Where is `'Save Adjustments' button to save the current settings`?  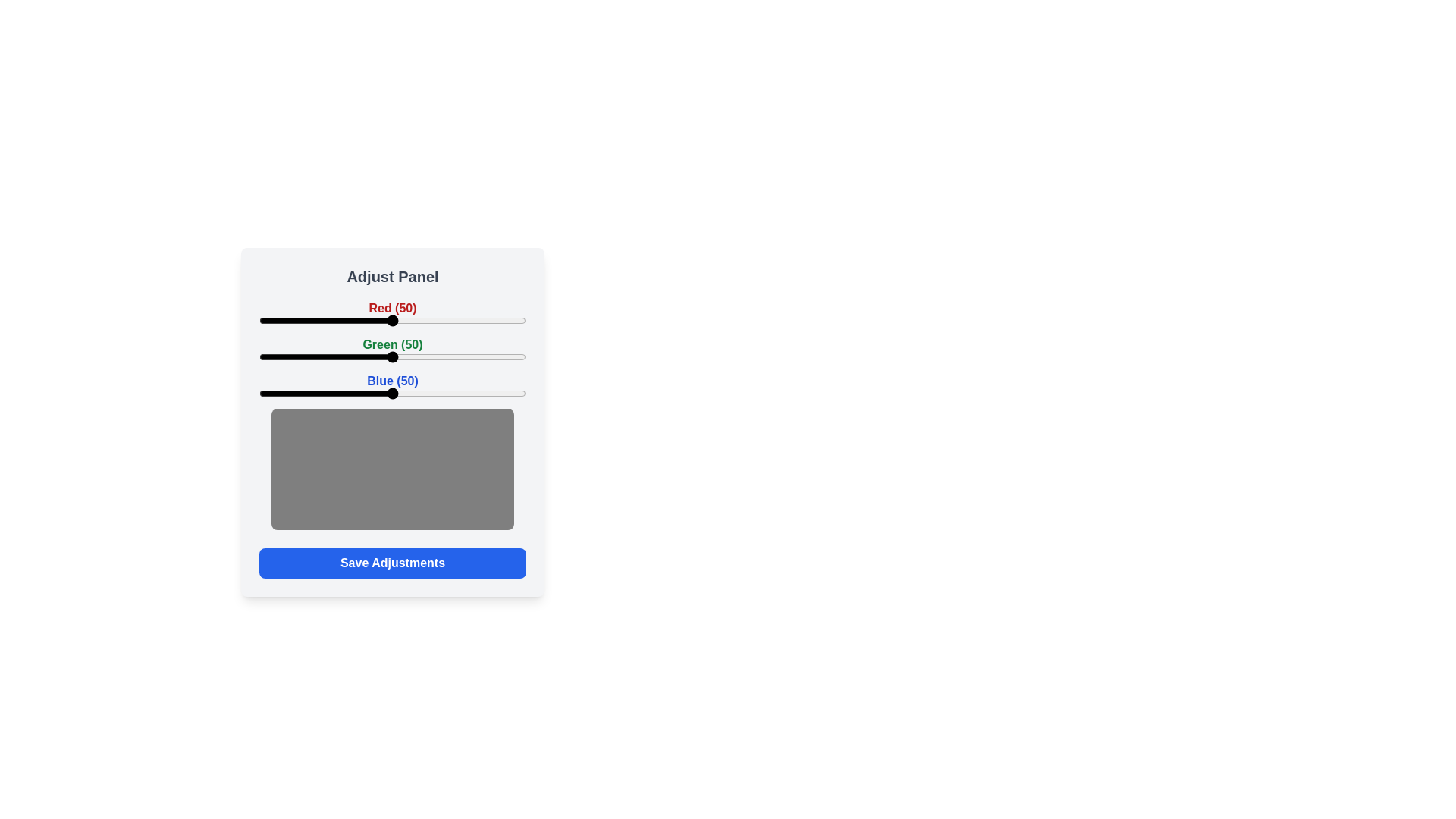 'Save Adjustments' button to save the current settings is located at coordinates (393, 563).